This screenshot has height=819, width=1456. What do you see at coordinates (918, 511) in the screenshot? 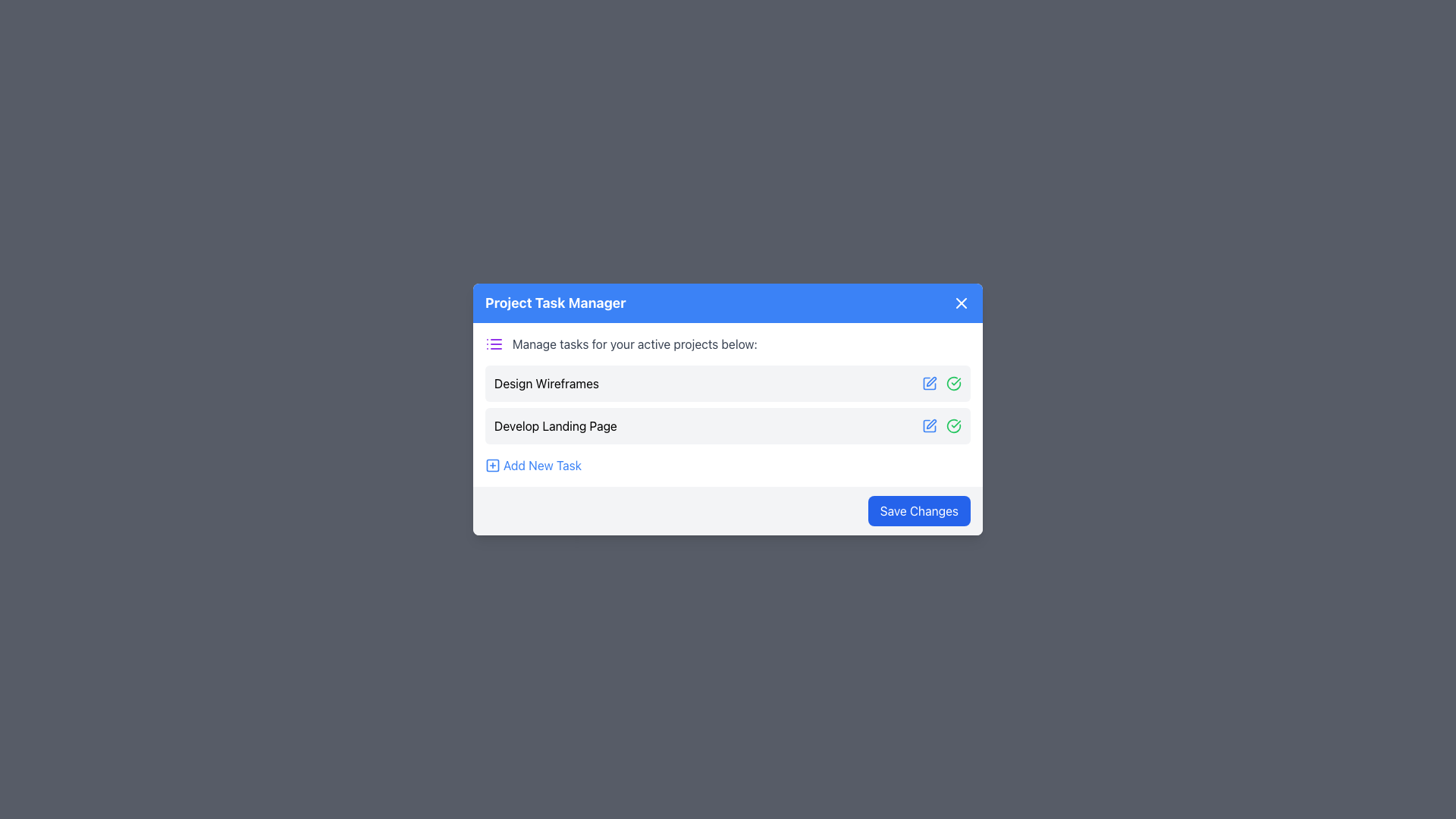
I see `the 'Save Changes' button with a blue background and white text in the bottom-right corner of the dialog box to observe the style changes` at bounding box center [918, 511].